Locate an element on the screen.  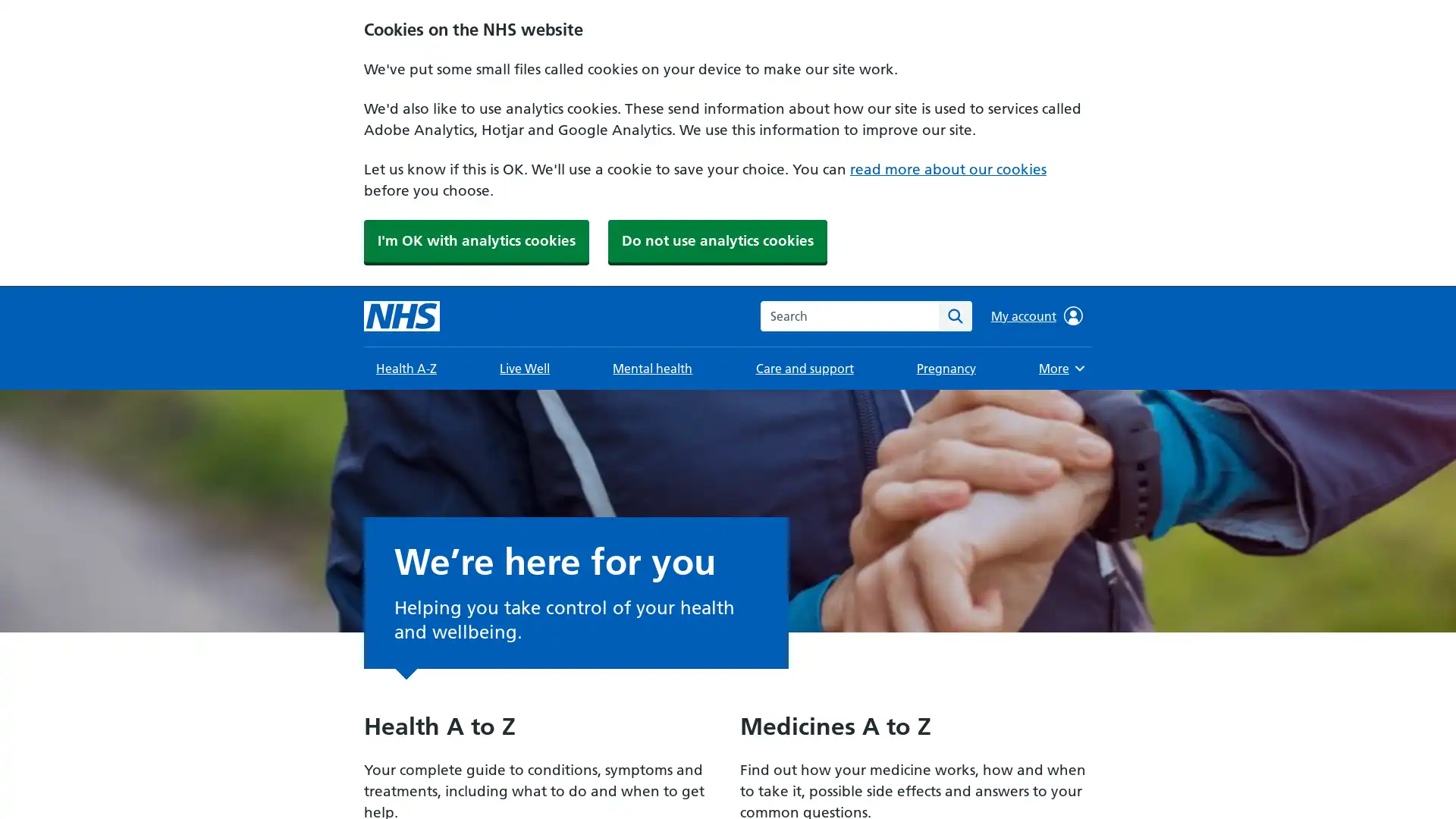
Search is located at coordinates (954, 315).